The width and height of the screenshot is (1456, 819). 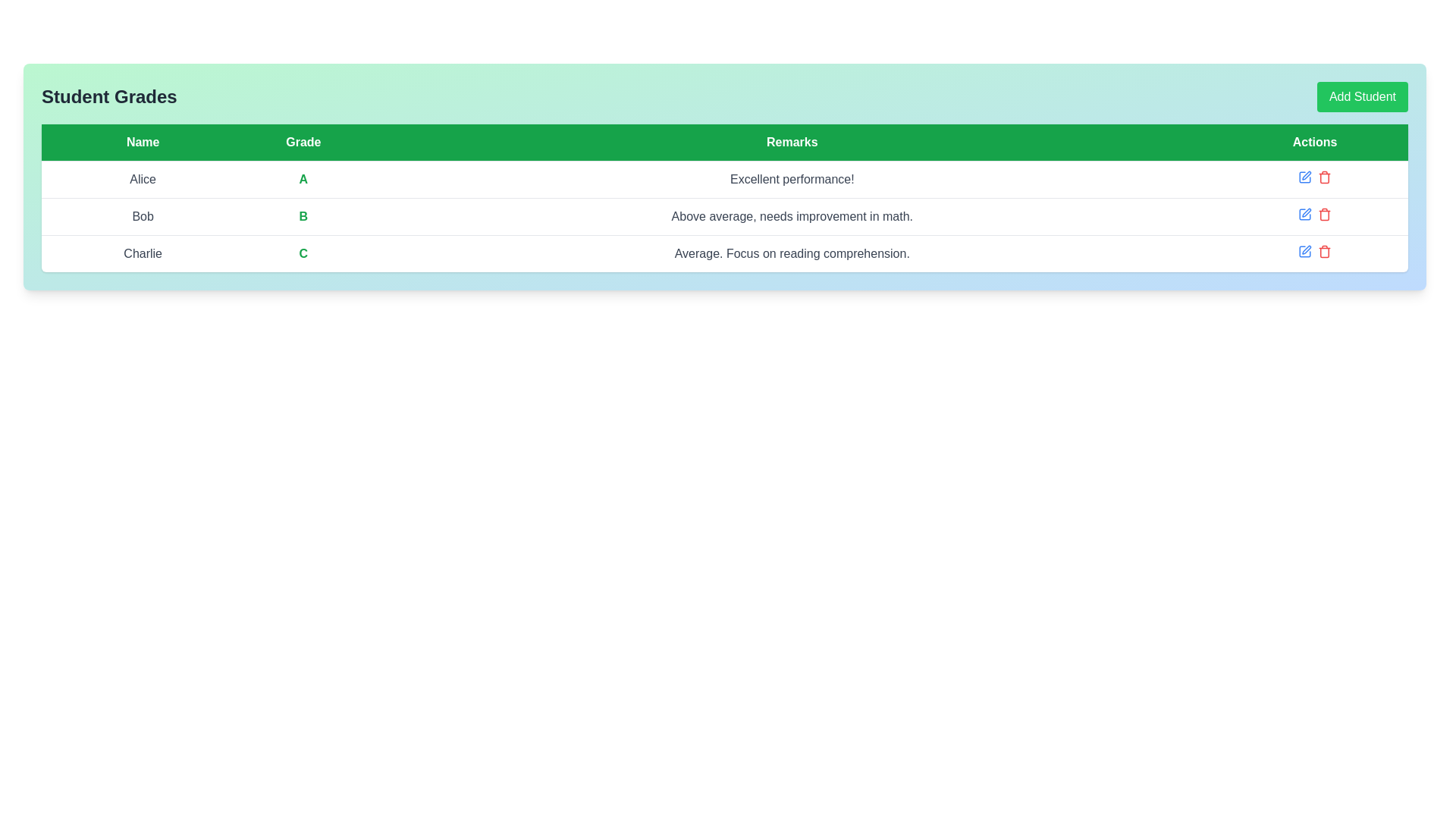 What do you see at coordinates (1304, 214) in the screenshot?
I see `the edit icon button located in the Actions column of the table for the student 'Bob' to possibly reveal a tooltip` at bounding box center [1304, 214].